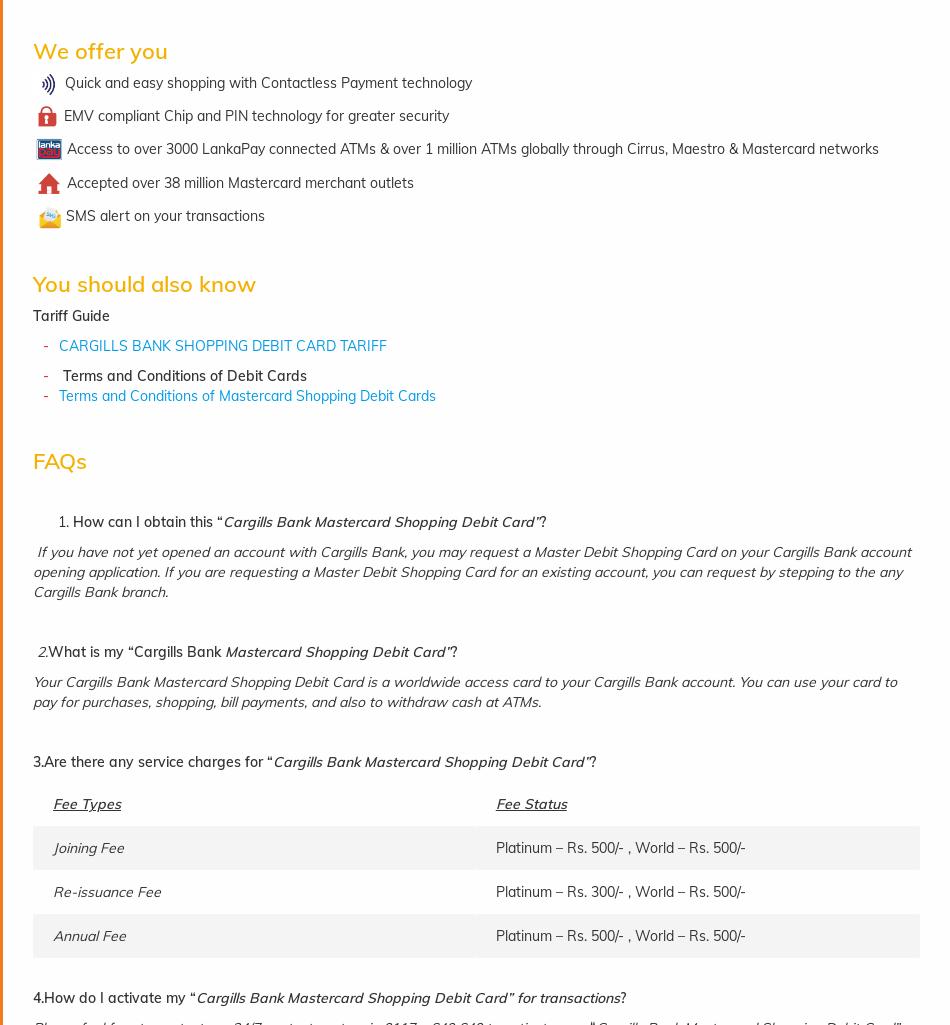 The width and height of the screenshot is (950, 1025). Describe the element at coordinates (114, 997) in the screenshot. I see `'4.How do I activate my “'` at that location.